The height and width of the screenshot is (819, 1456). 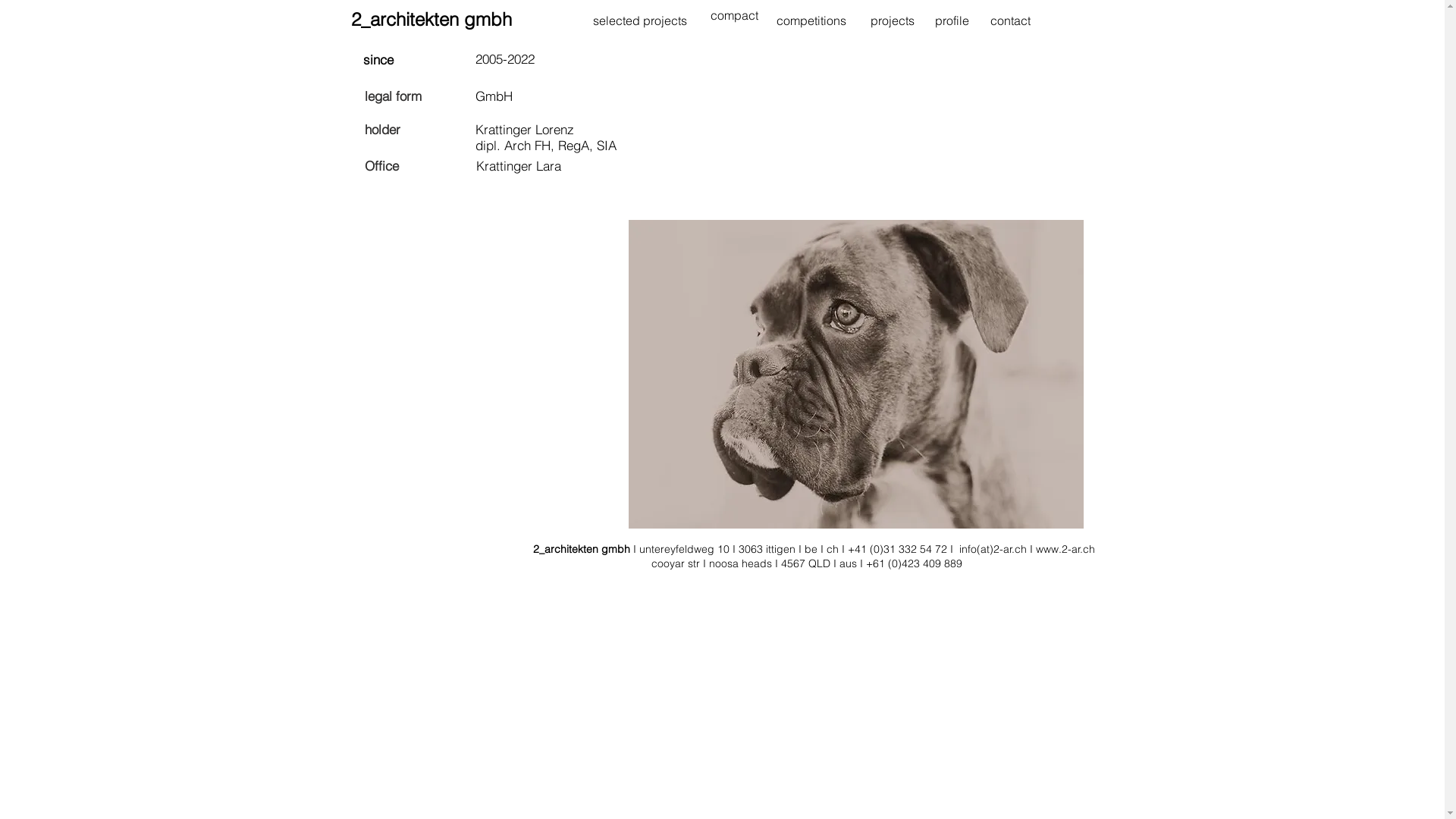 What do you see at coordinates (1010, 20) in the screenshot?
I see `'contact'` at bounding box center [1010, 20].